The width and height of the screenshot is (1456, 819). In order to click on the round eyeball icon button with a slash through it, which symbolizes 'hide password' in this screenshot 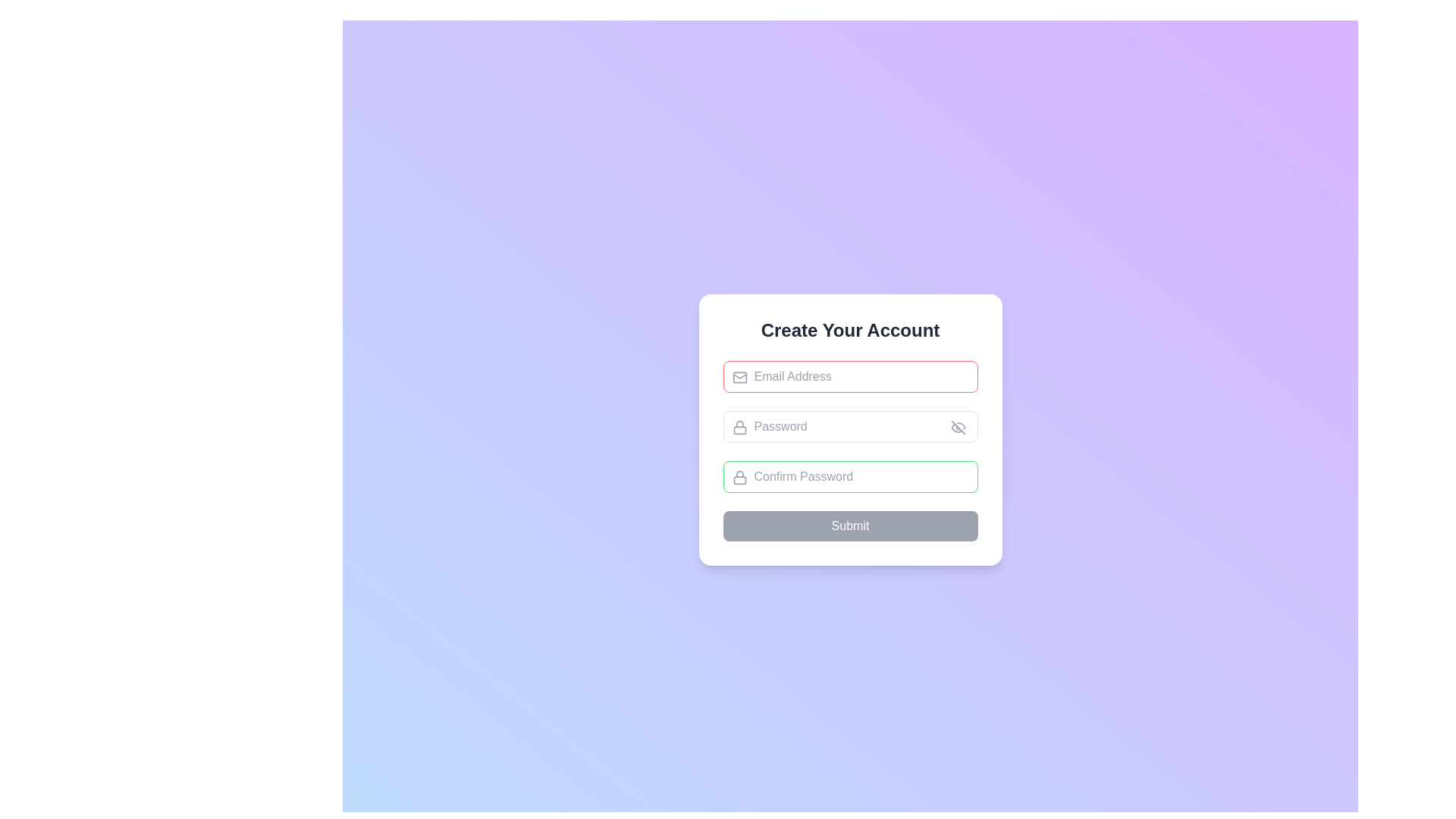, I will do `click(957, 427)`.